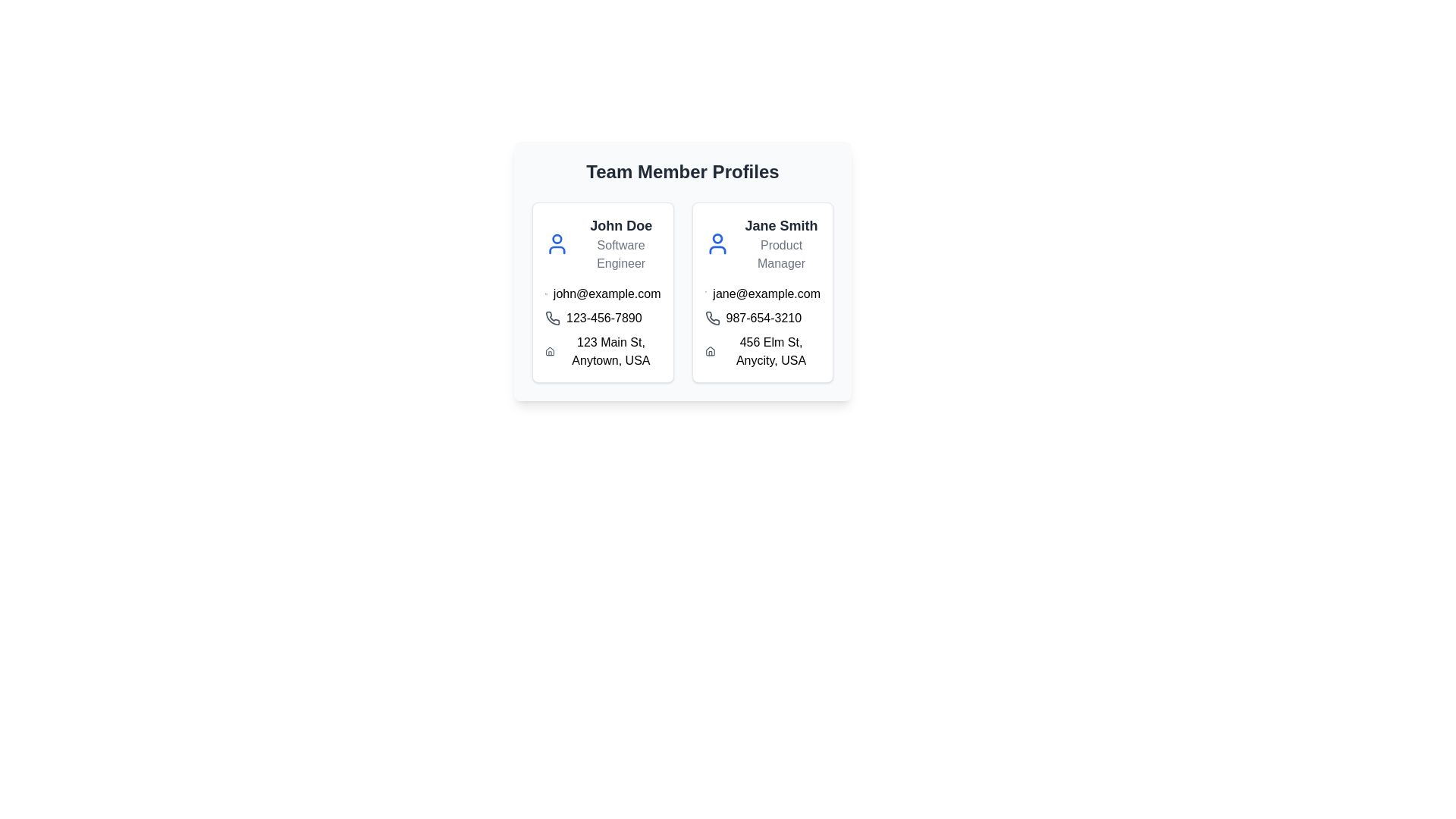 The height and width of the screenshot is (819, 1456). I want to click on the phone icon located in the second profile panel, so click(711, 318).